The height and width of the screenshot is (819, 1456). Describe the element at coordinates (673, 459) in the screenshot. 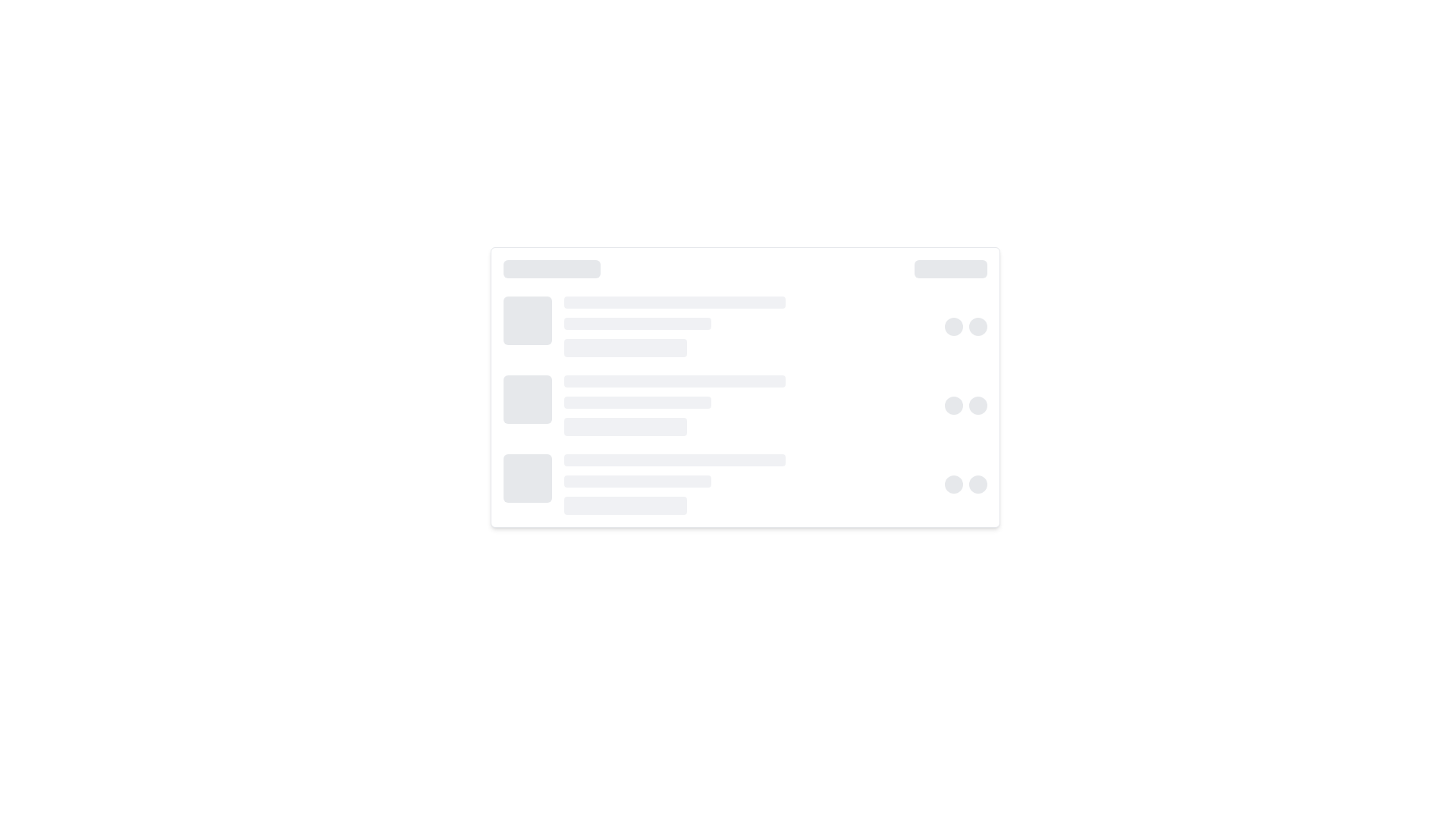

I see `the first decorative placeholder or visual separator, which is a horizontal bar with a light gray background and rounded ends, positioned slightly above the middle of the interface` at that location.